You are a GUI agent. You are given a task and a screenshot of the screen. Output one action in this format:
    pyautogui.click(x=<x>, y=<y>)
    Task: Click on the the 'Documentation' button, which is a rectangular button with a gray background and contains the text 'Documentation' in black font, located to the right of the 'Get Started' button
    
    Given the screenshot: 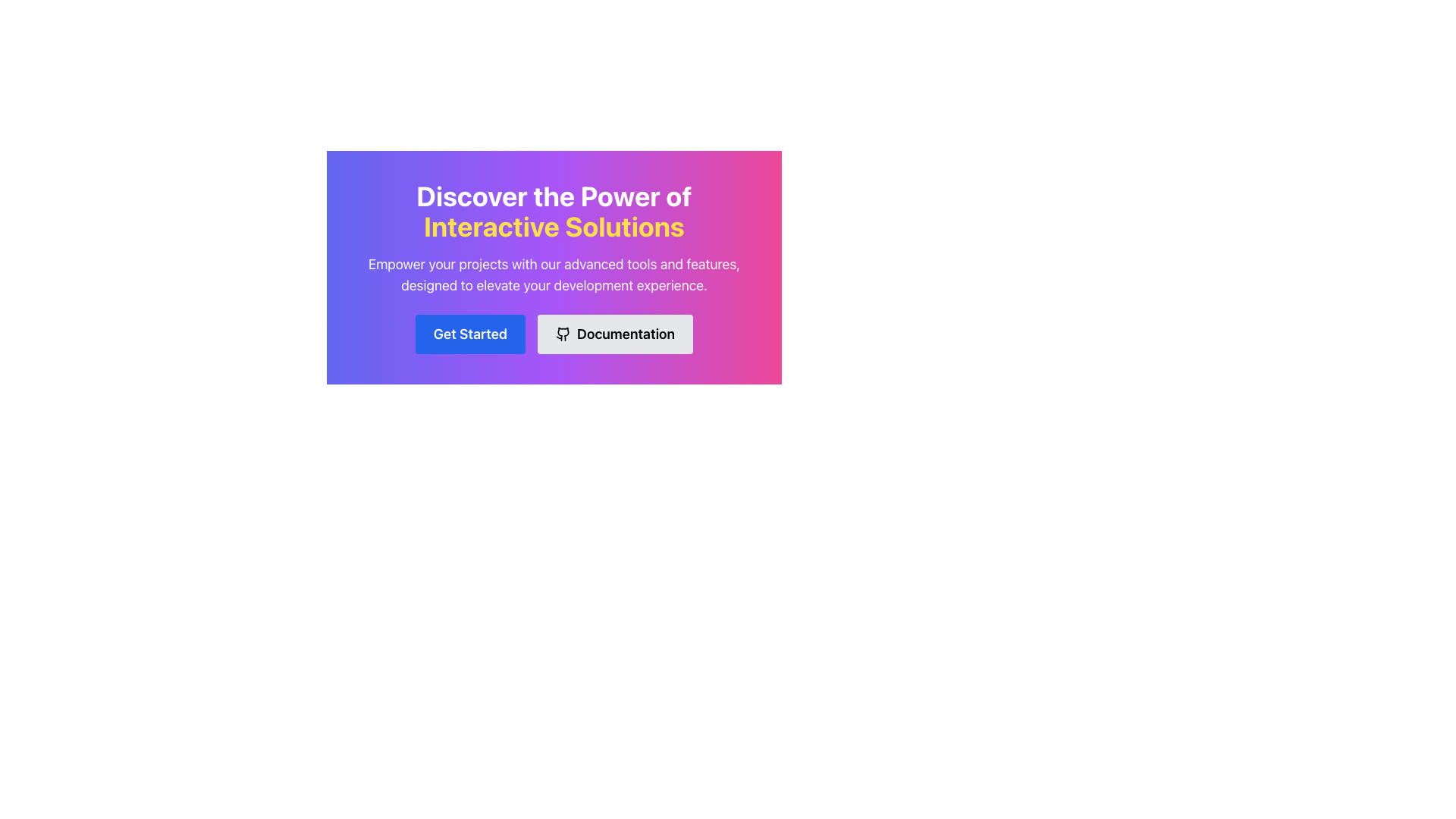 What is the action you would take?
    pyautogui.click(x=615, y=333)
    